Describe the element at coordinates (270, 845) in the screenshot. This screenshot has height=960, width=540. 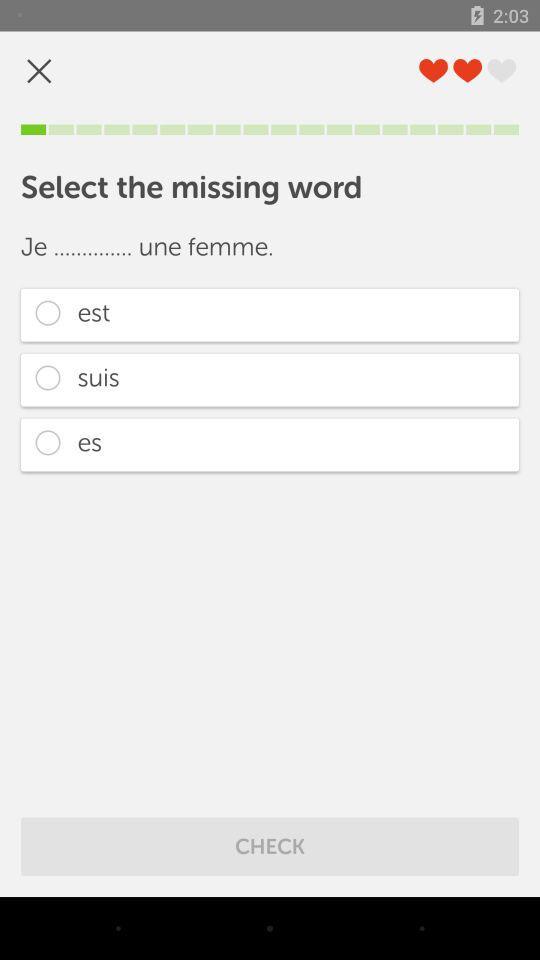
I see `the check icon` at that location.